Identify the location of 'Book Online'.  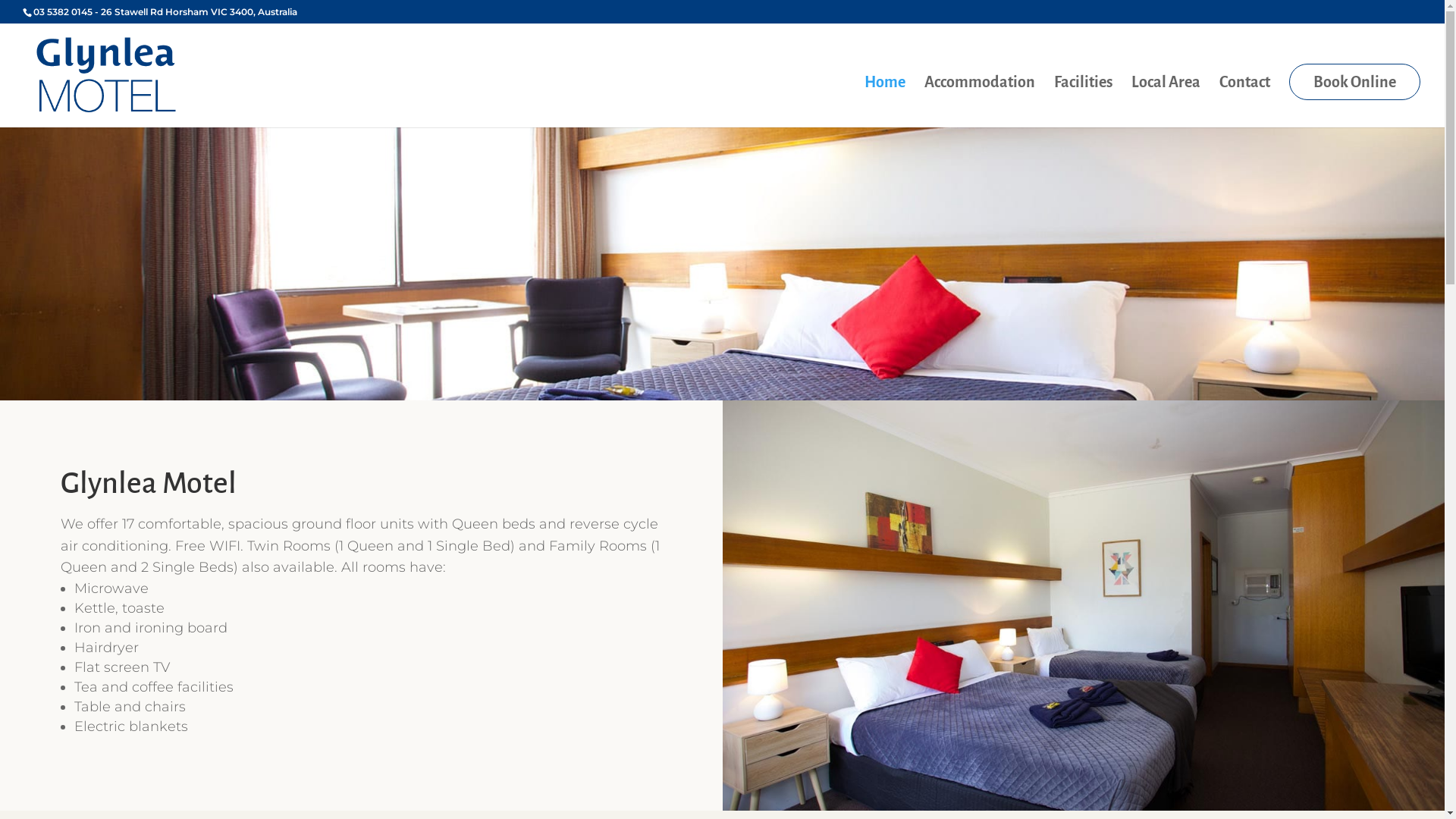
(1354, 82).